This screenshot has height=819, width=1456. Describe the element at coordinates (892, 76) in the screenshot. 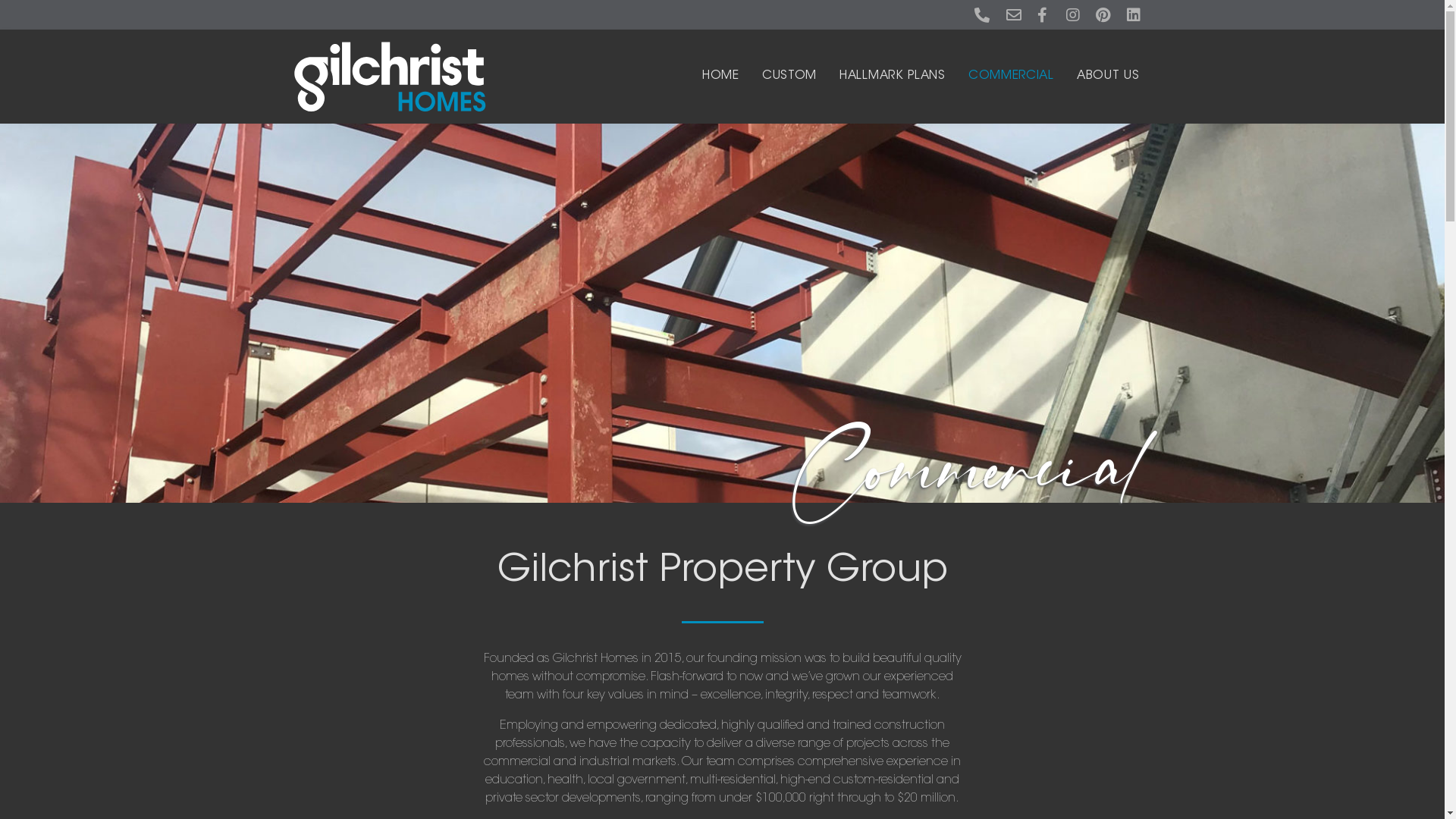

I see `'HALLMARK PLANS'` at that location.